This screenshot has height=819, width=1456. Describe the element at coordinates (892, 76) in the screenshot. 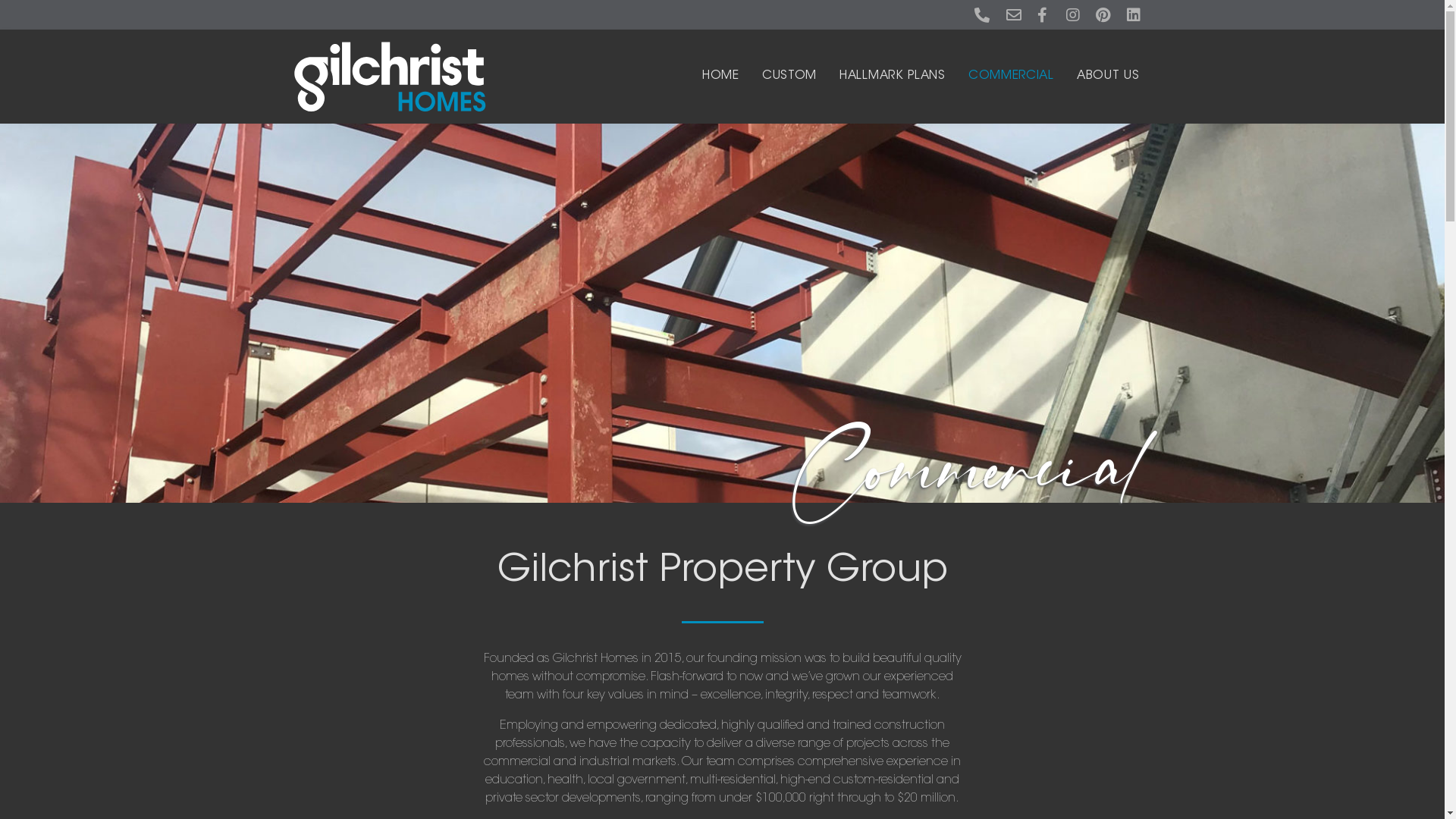

I see `'HALLMARK PLANS'` at that location.